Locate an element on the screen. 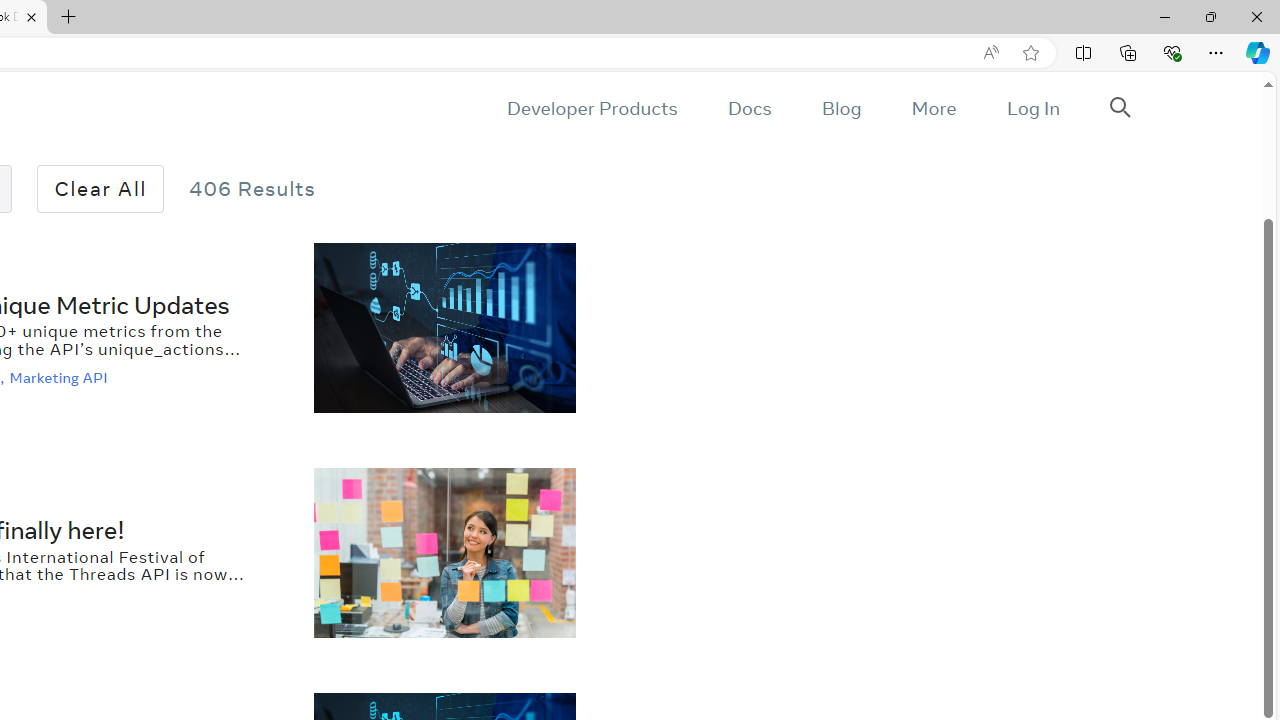  'Browser essentials' is located at coordinates (1171, 51).